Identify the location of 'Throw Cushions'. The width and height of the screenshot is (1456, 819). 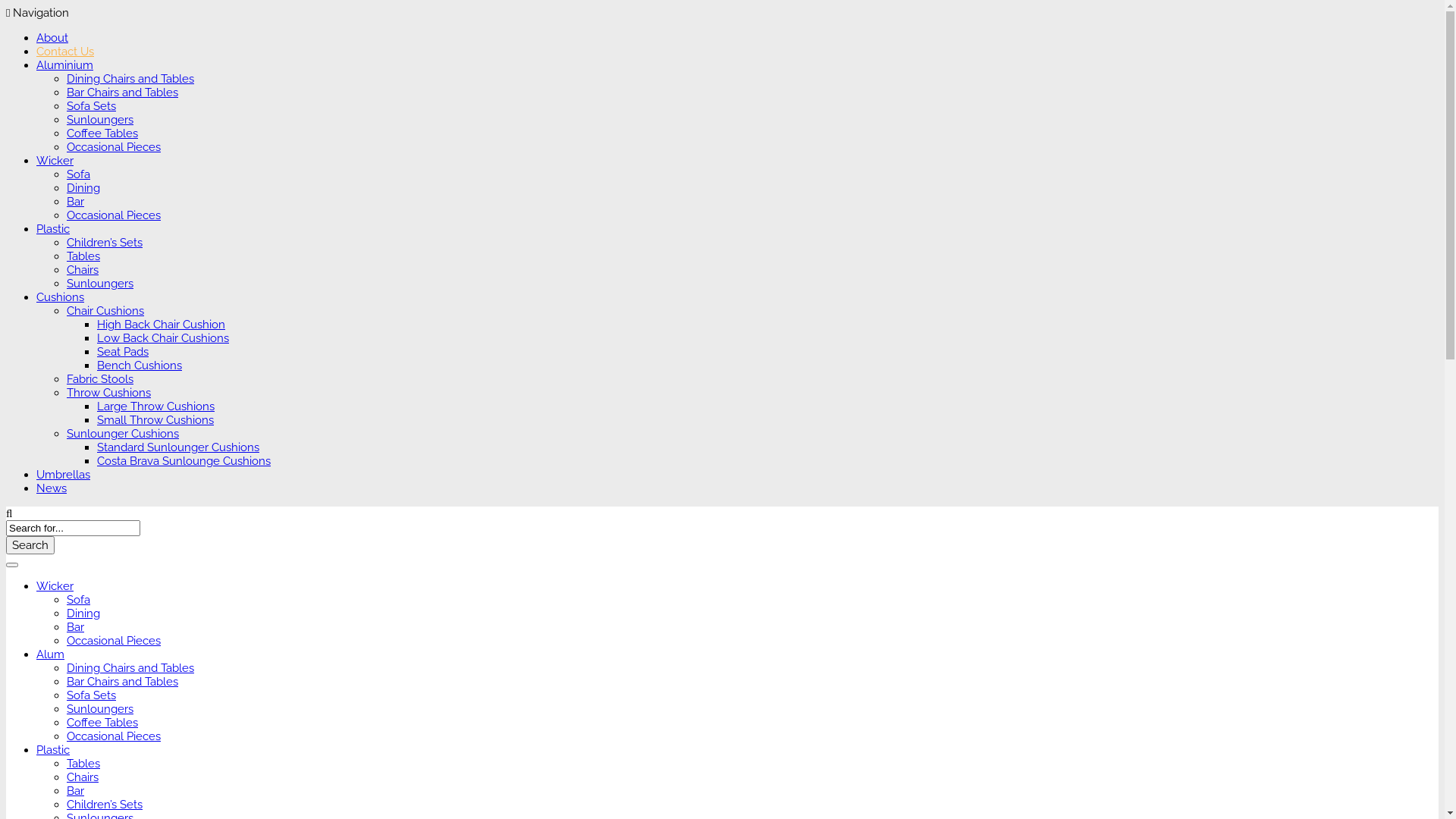
(108, 391).